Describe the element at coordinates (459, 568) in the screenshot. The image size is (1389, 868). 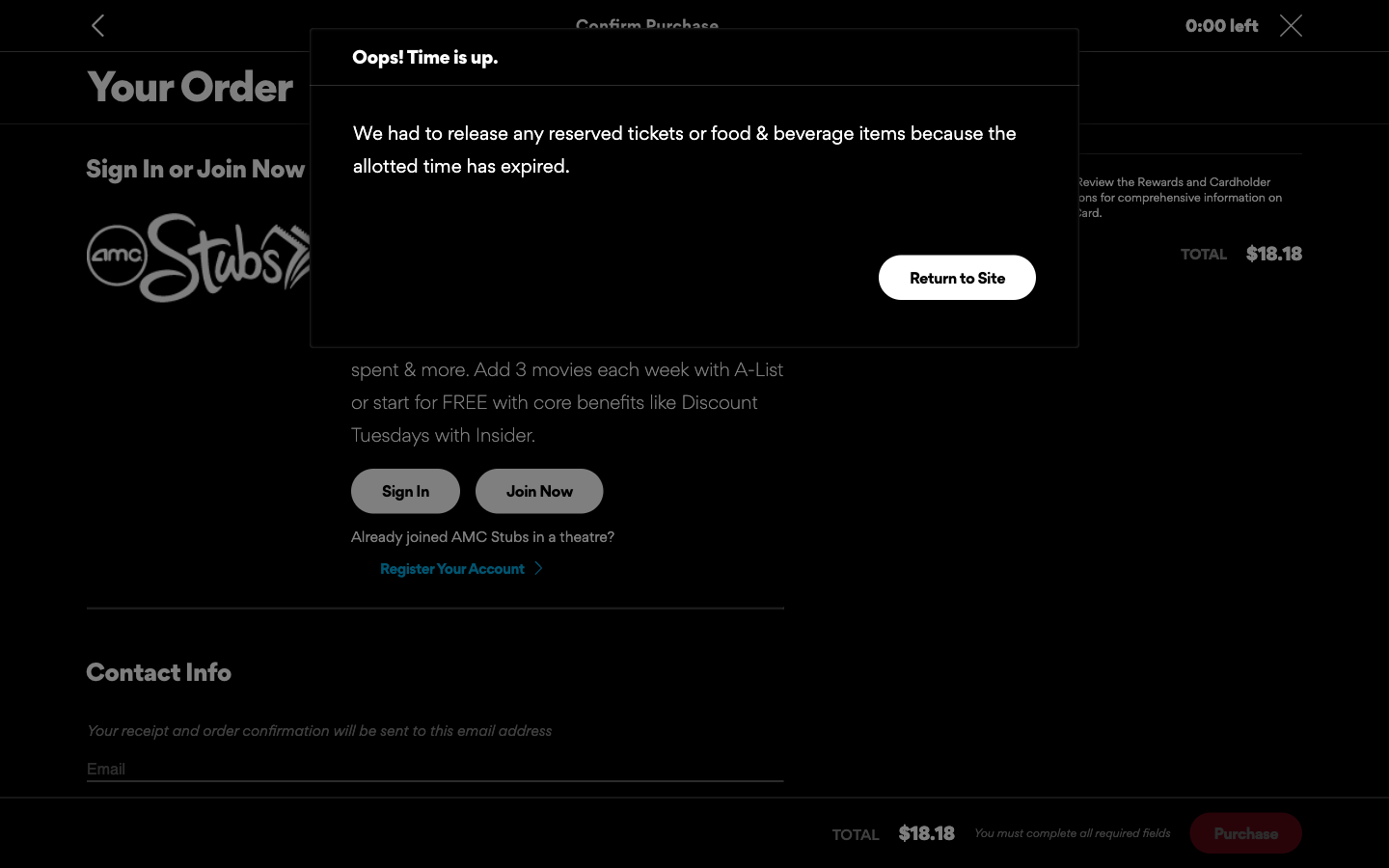
I see `Begin the process of registering for a new account` at that location.